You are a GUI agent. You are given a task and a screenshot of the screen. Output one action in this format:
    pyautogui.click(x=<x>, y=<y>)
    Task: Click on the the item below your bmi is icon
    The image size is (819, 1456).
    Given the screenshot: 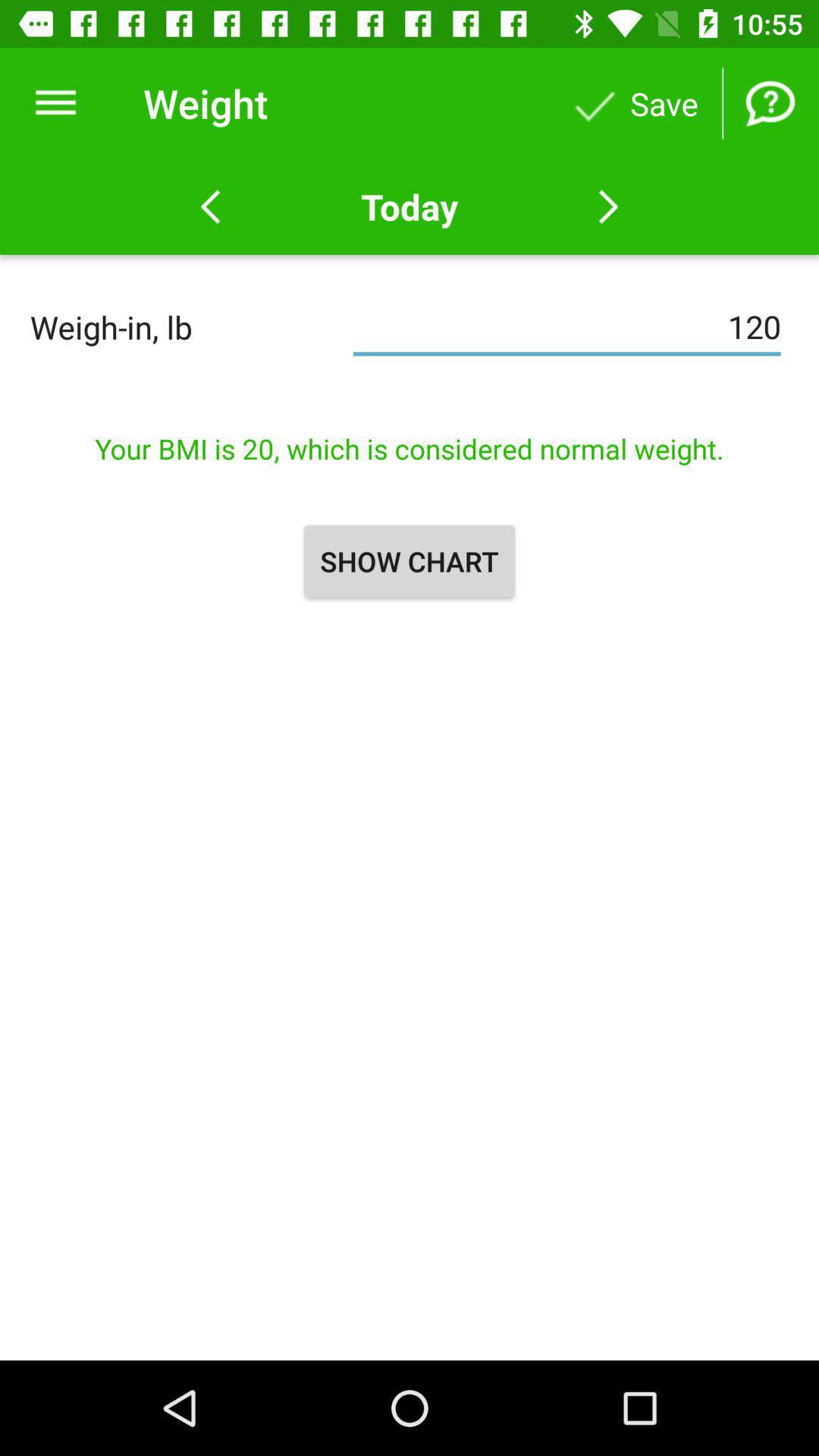 What is the action you would take?
    pyautogui.click(x=409, y=560)
    